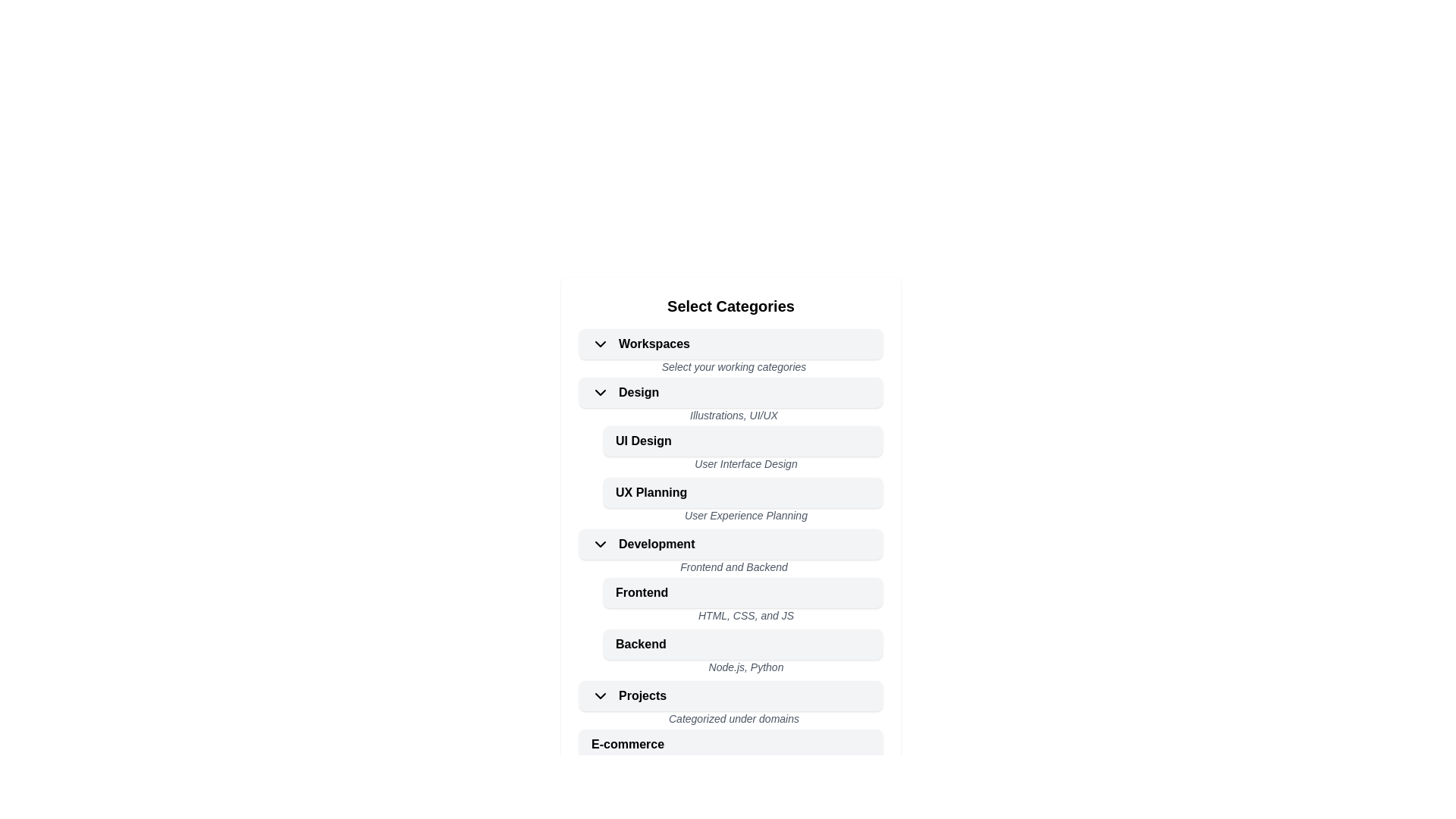 Image resolution: width=1456 pixels, height=819 pixels. Describe the element at coordinates (604, 344) in the screenshot. I see `the downward-facing chevron icon adjacent to the 'Workspaces' text` at that location.